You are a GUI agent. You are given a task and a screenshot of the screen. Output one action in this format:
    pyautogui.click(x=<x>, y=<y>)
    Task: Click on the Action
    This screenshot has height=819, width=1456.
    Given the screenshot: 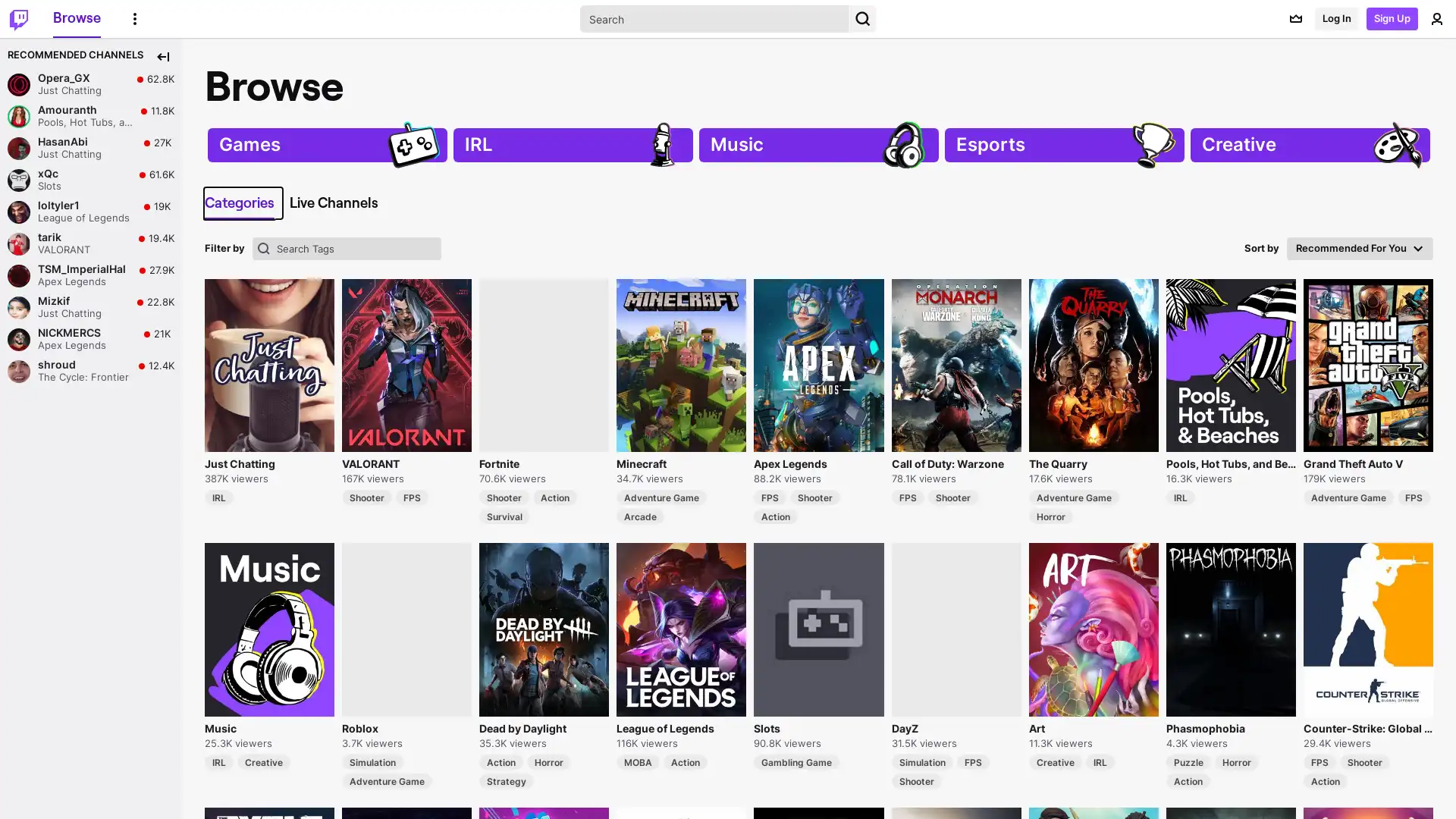 What is the action you would take?
    pyautogui.click(x=501, y=762)
    